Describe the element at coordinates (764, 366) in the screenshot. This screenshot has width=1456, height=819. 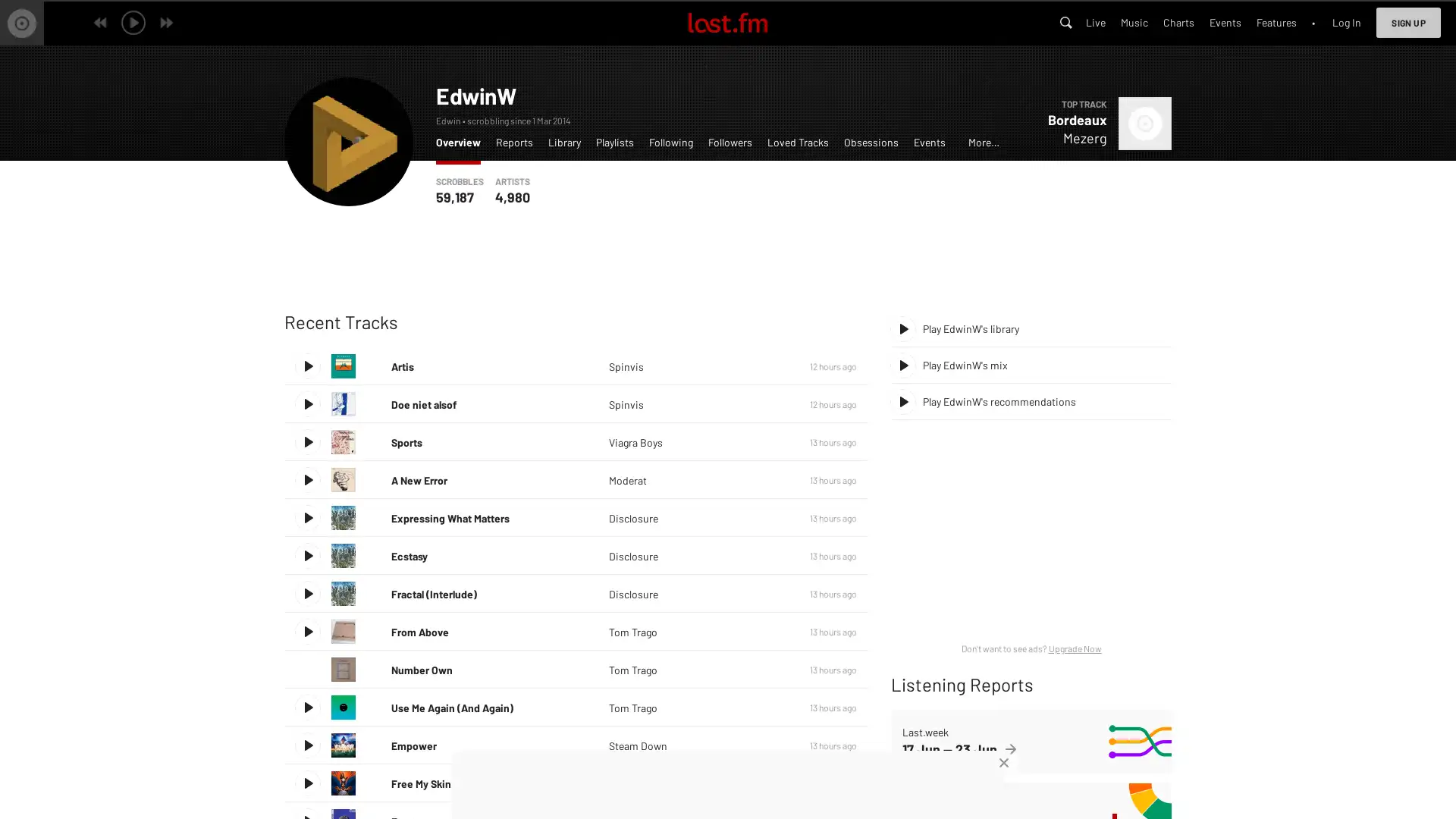
I see `Buy` at that location.